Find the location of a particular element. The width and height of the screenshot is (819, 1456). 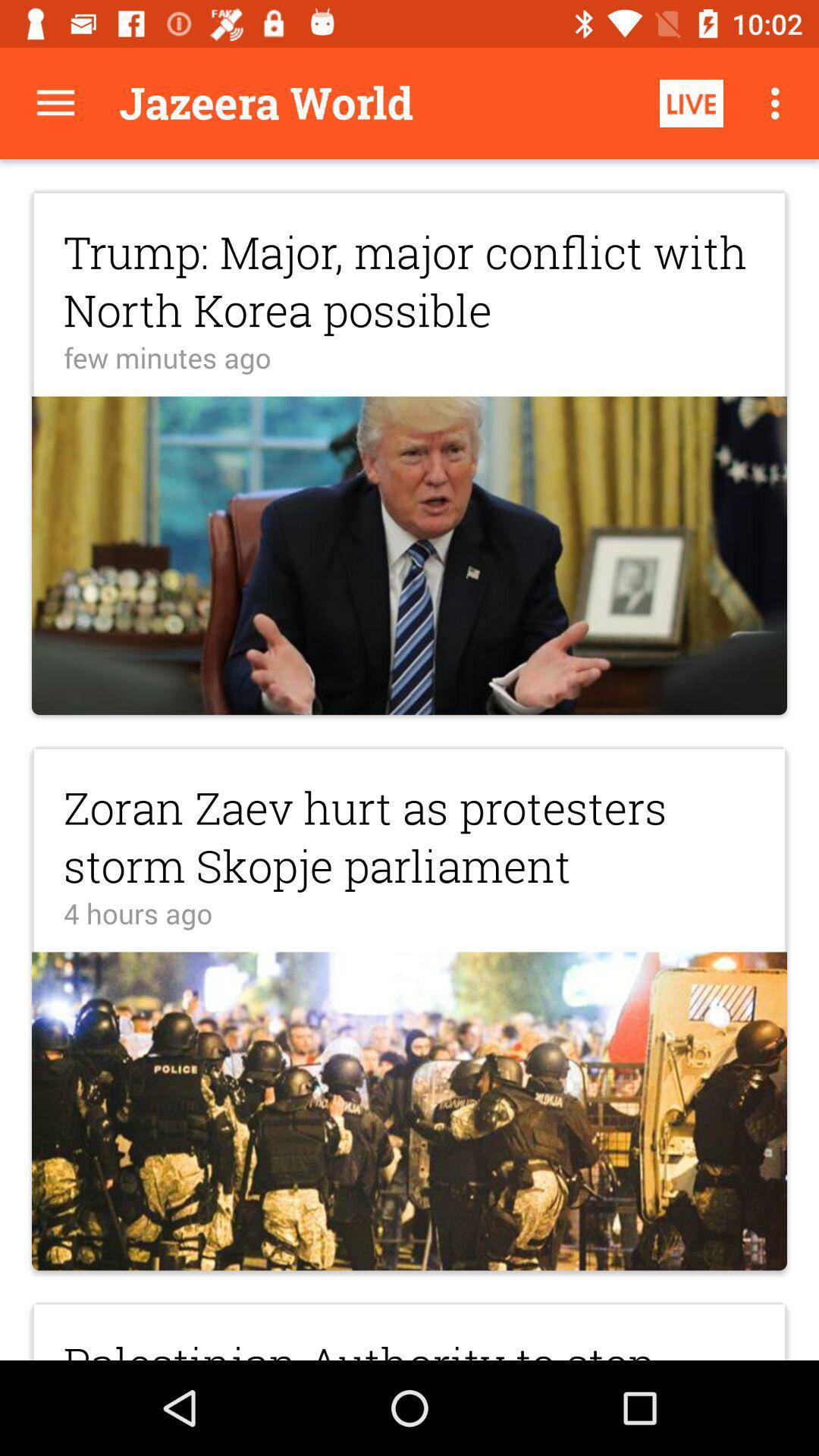

the item next to jazeera world item is located at coordinates (55, 102).